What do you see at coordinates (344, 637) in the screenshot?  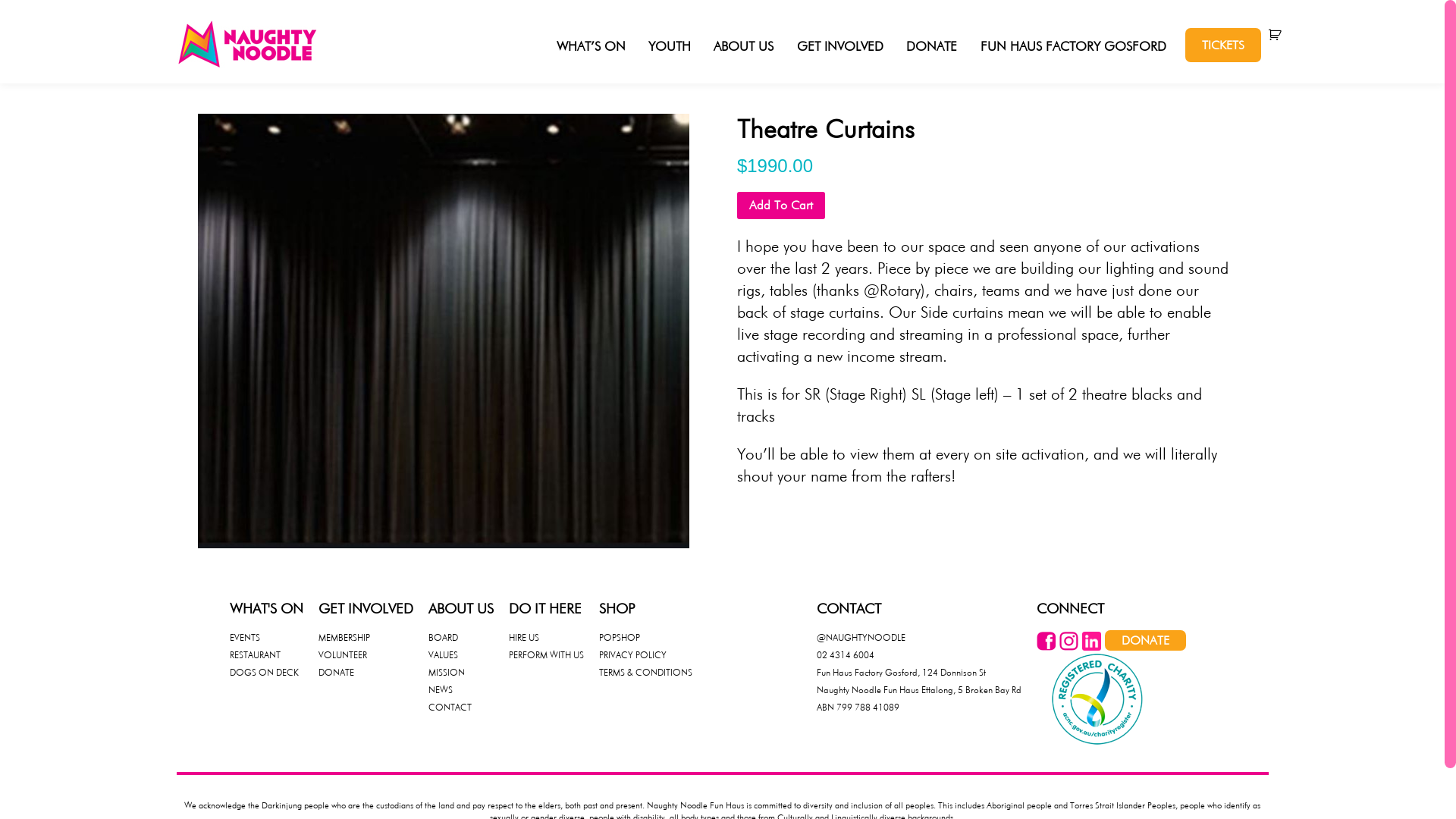 I see `'MEMBERSHIP'` at bounding box center [344, 637].